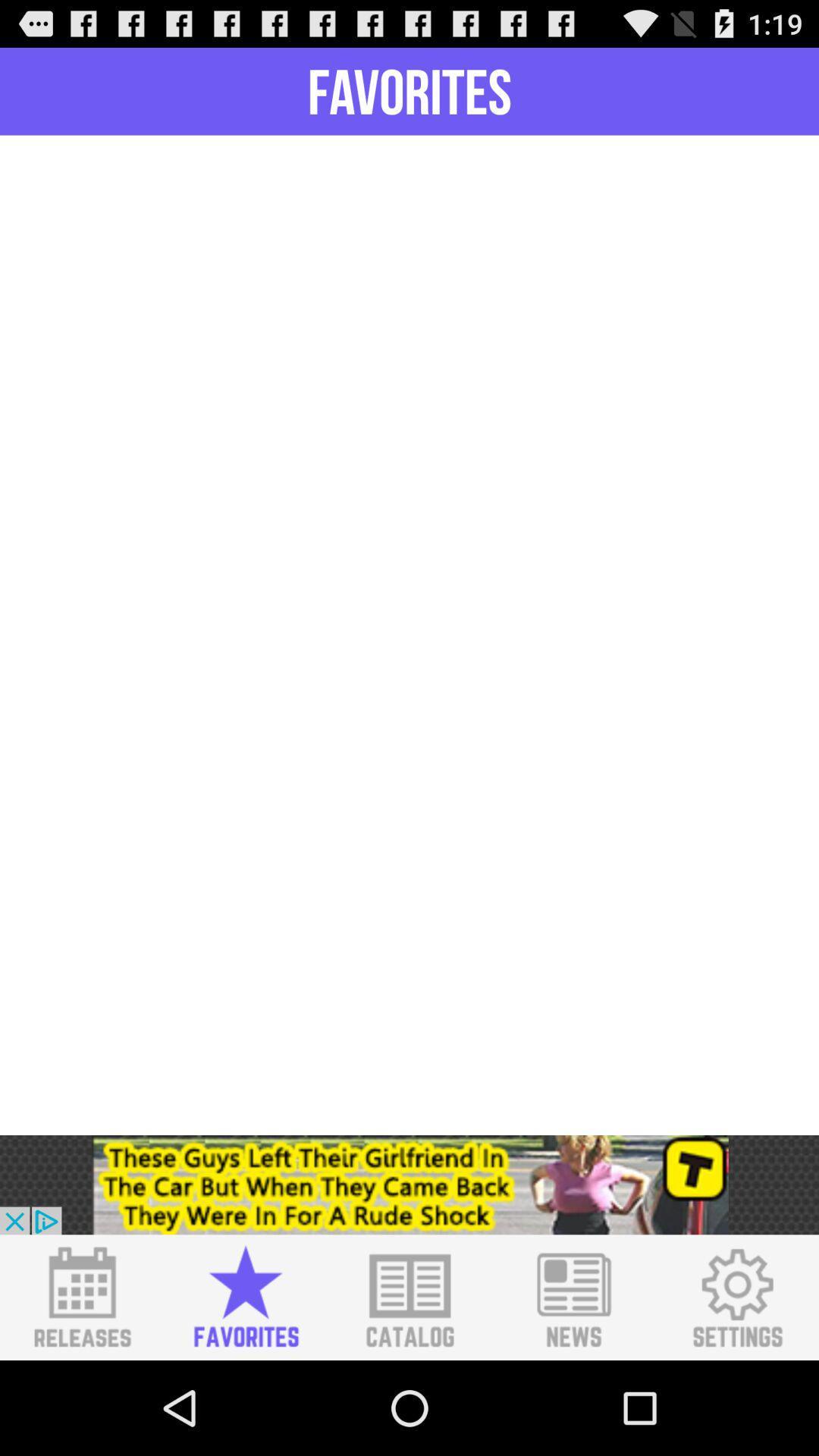 This screenshot has width=819, height=1456. I want to click on click advertisement, so click(409, 1184).